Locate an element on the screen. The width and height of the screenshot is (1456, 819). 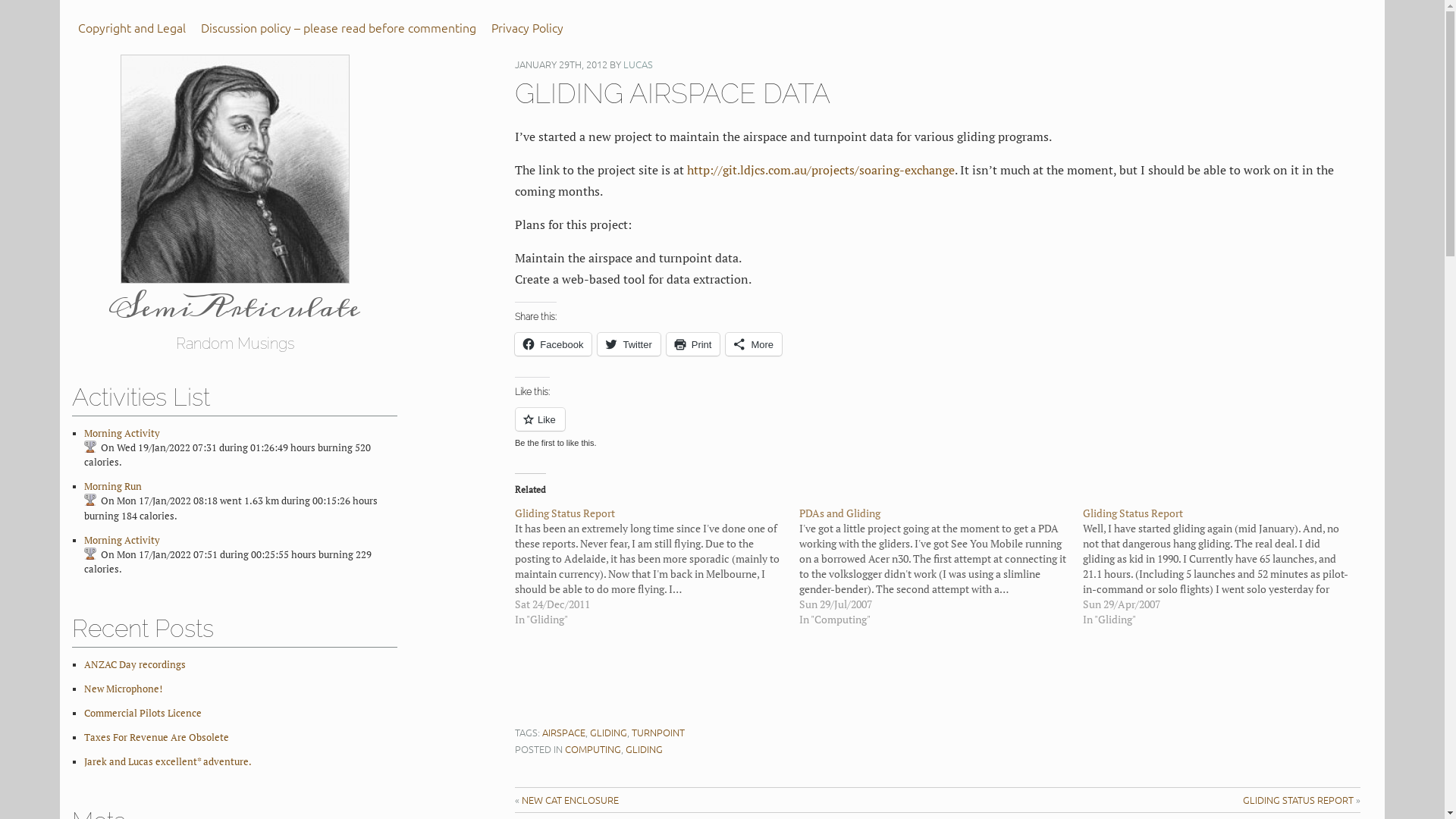
'Copyright and Legal' is located at coordinates (131, 27).